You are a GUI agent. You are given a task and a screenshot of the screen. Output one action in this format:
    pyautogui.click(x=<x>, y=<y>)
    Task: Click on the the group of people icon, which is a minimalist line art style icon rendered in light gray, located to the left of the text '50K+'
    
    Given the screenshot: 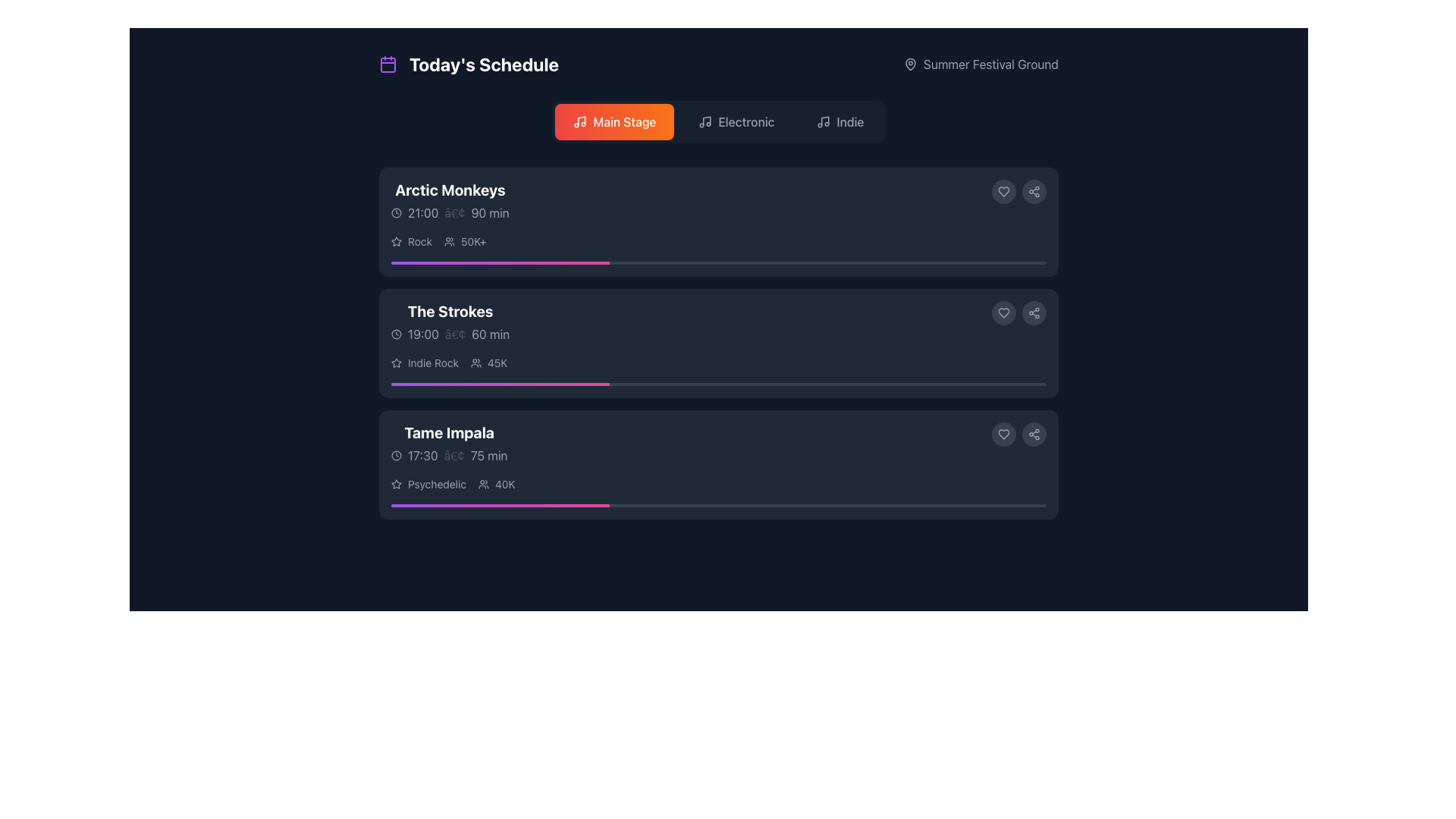 What is the action you would take?
    pyautogui.click(x=449, y=241)
    